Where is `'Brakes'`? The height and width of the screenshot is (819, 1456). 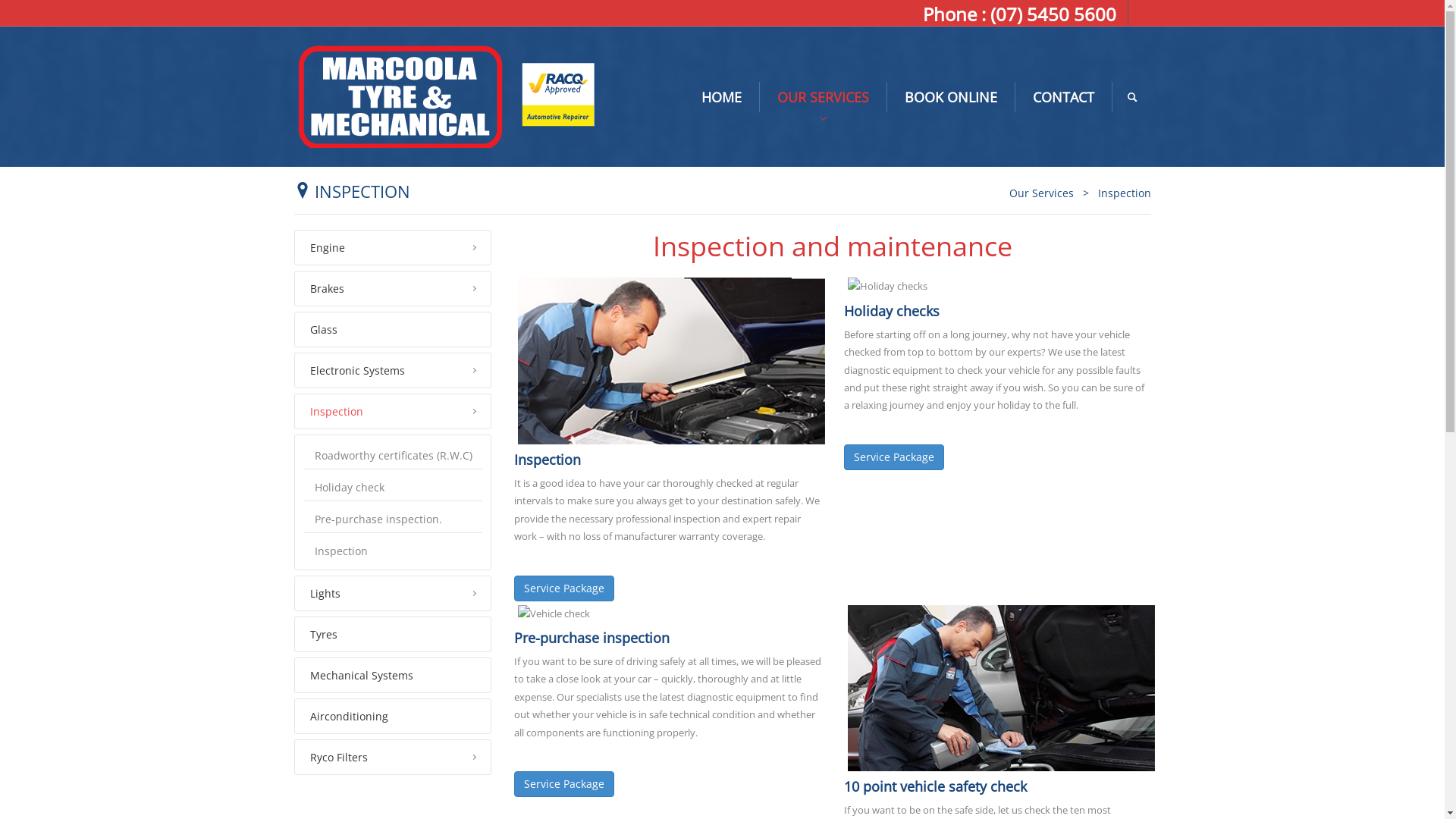
'Brakes' is located at coordinates (393, 288).